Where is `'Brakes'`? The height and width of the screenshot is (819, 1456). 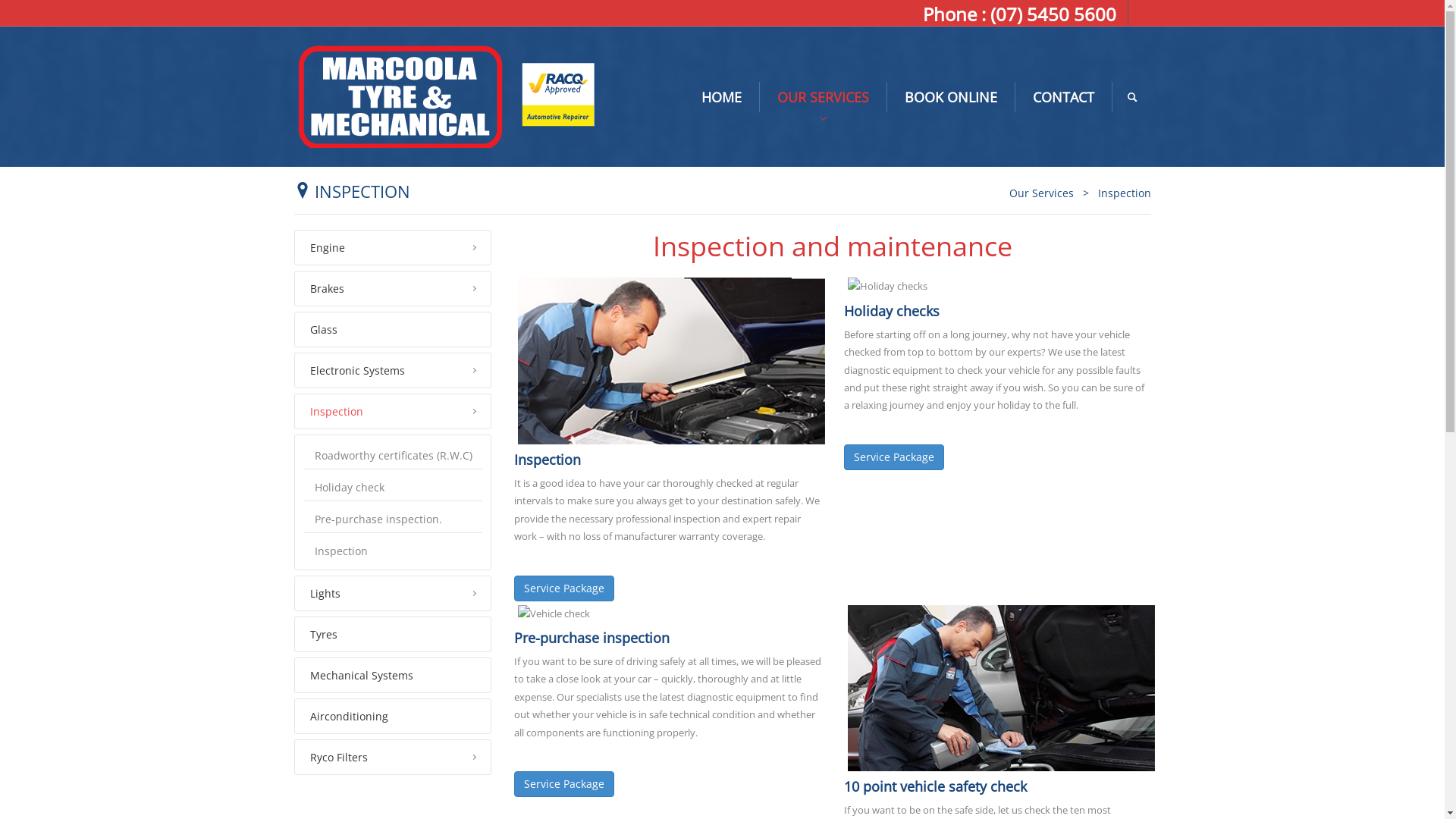
'Brakes' is located at coordinates (393, 288).